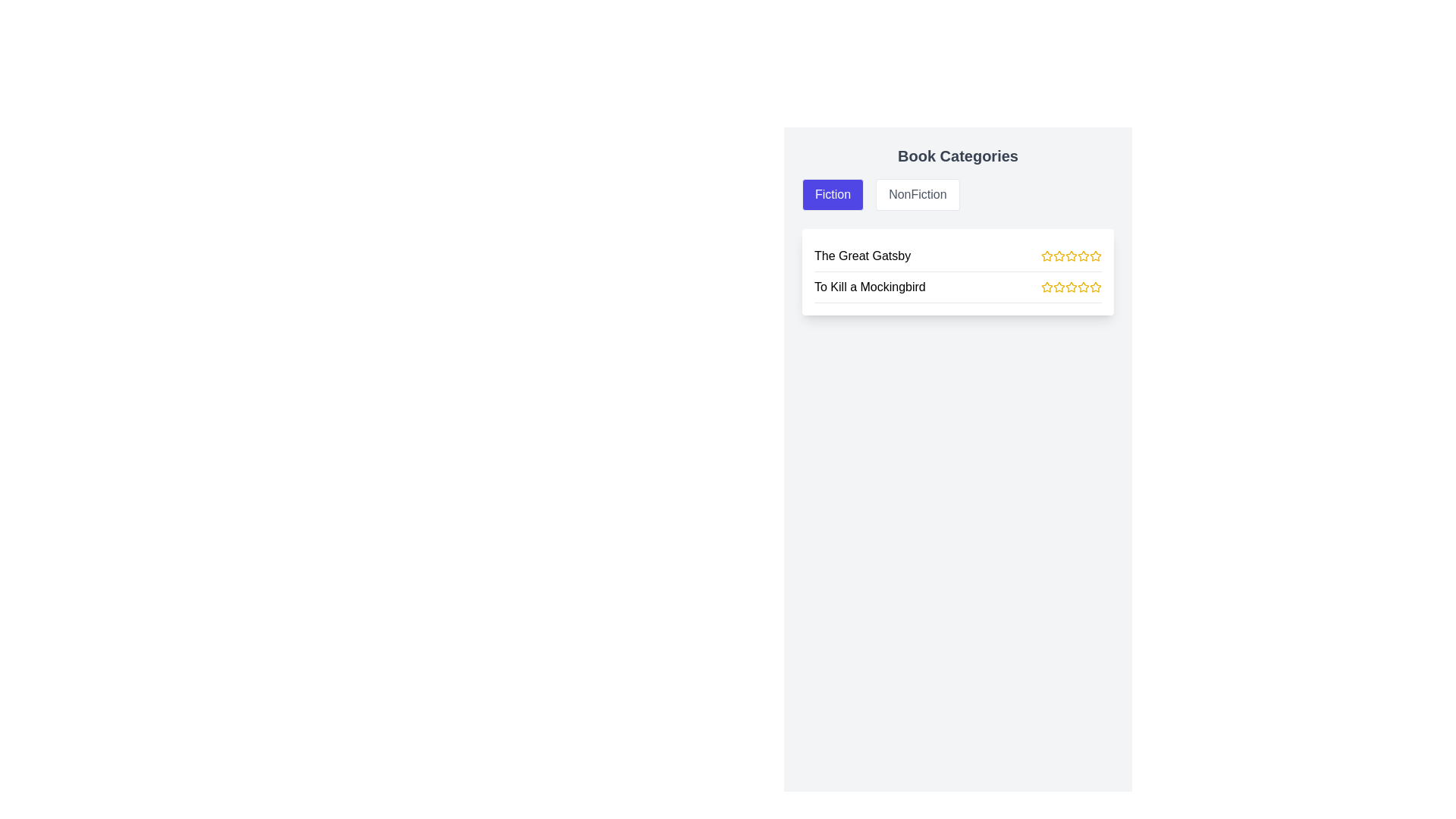  Describe the element at coordinates (1070, 256) in the screenshot. I see `the fourth yellow star in the rating system next to 'The Great Gatsby'` at that location.